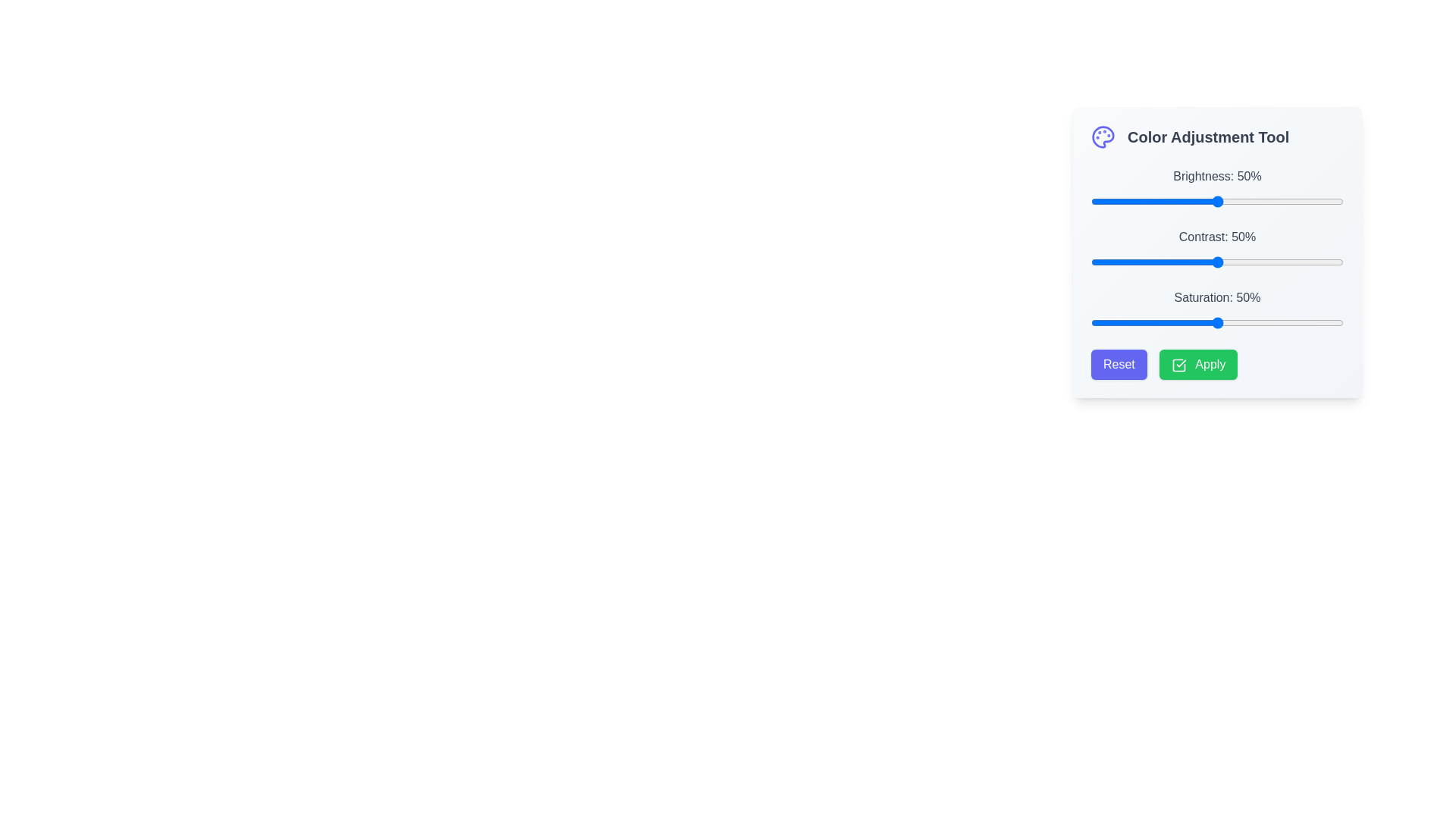  What do you see at coordinates (1188, 262) in the screenshot?
I see `the contrast` at bounding box center [1188, 262].